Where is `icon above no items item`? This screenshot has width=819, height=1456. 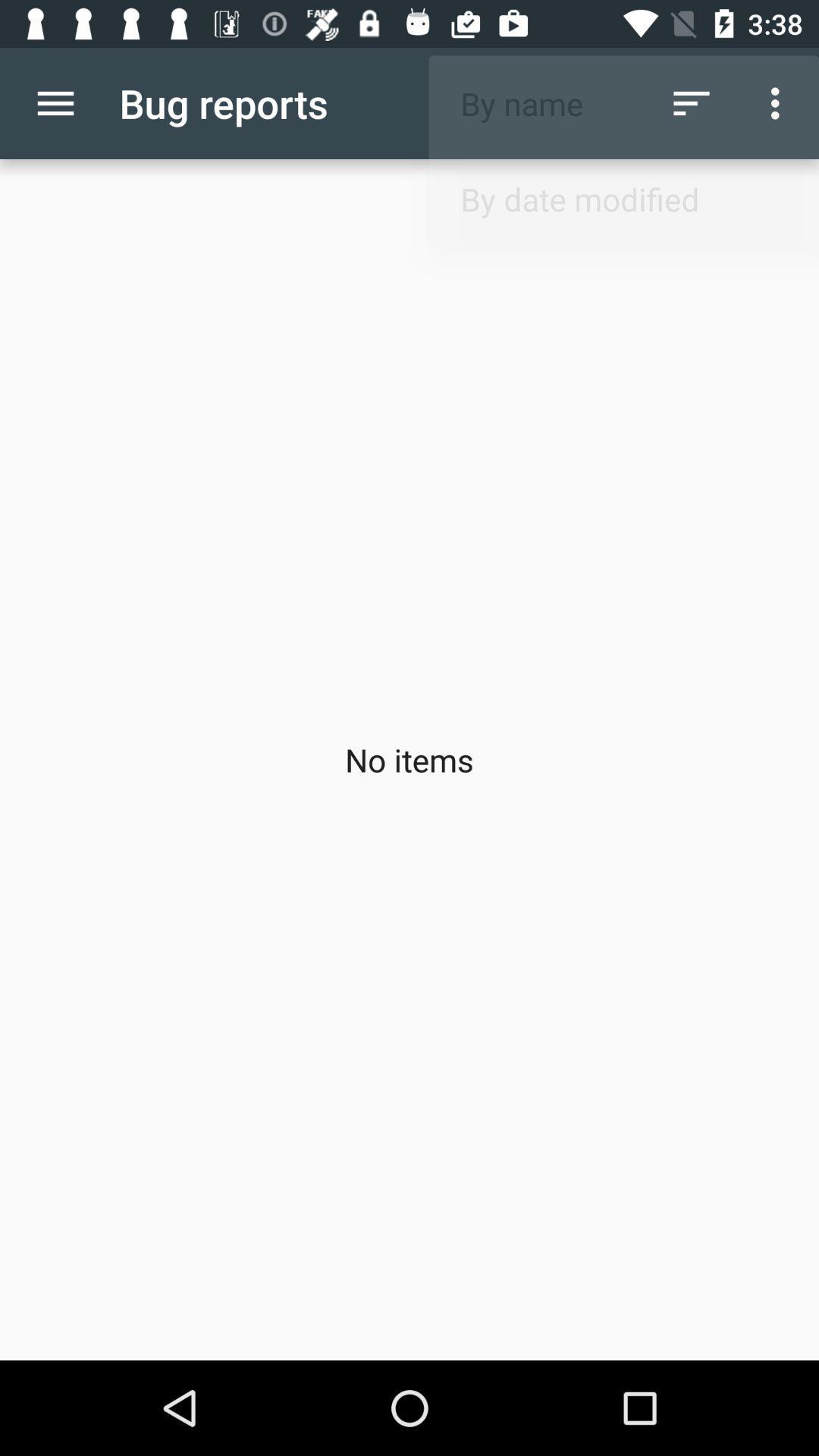 icon above no items item is located at coordinates (779, 102).